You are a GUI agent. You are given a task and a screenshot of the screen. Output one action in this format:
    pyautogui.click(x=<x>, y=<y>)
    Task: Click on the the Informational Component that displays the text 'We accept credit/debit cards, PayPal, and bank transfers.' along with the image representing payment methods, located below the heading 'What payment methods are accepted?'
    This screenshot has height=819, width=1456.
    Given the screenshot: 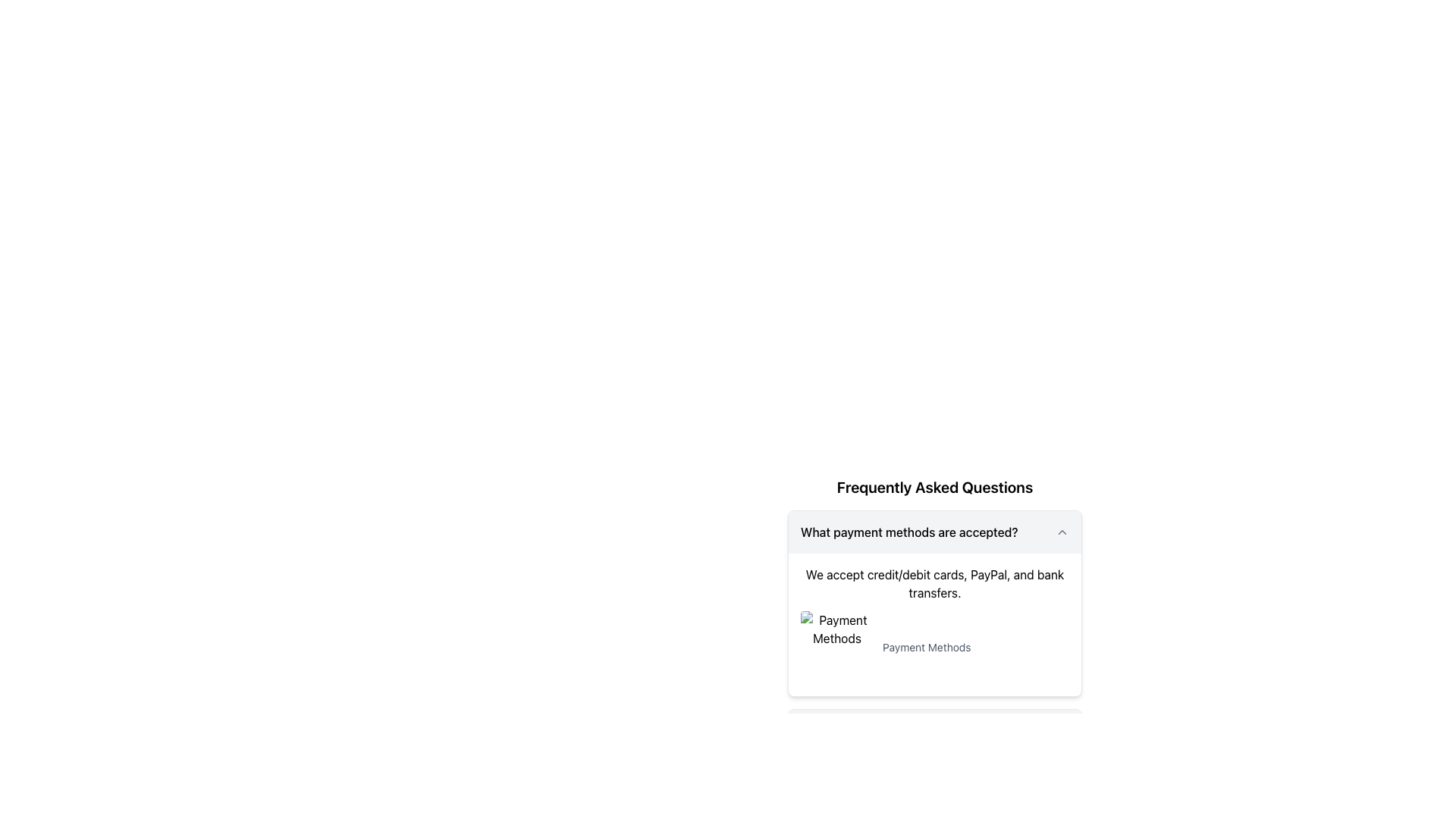 What is the action you would take?
    pyautogui.click(x=934, y=625)
    